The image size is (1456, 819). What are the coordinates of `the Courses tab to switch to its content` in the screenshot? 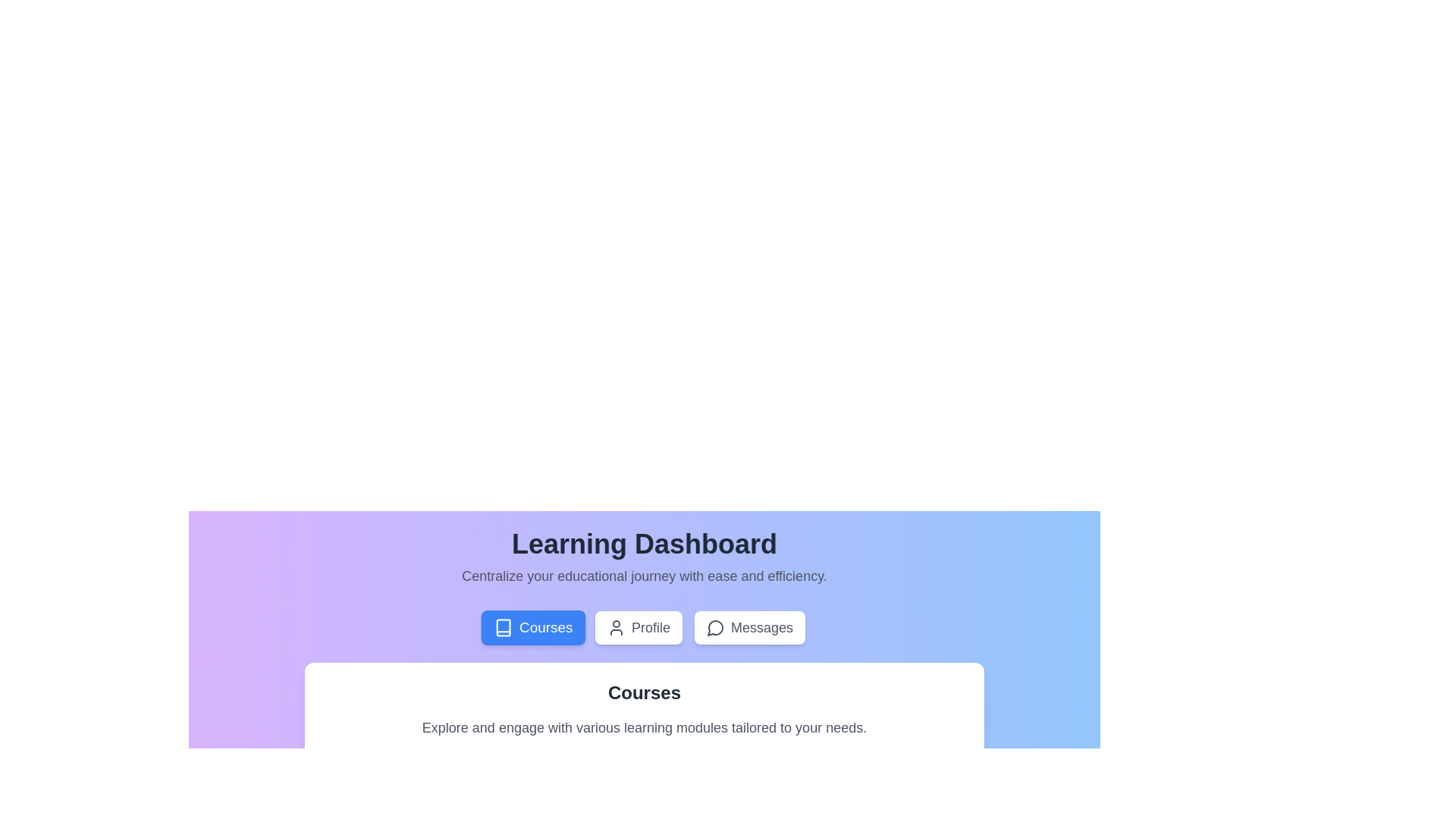 It's located at (533, 628).